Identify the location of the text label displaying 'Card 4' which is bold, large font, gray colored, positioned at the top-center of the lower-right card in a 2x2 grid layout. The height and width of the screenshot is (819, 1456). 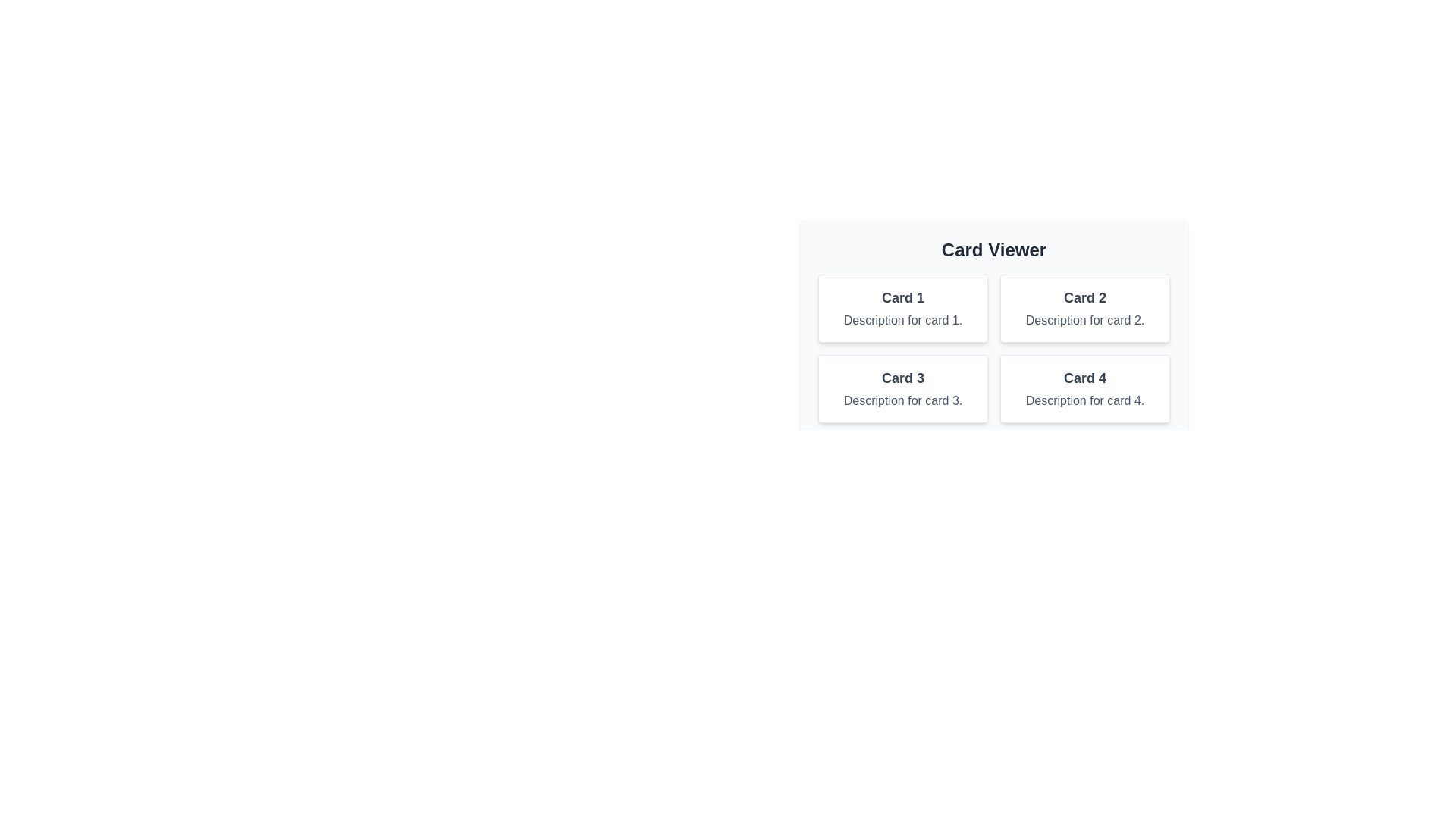
(1084, 377).